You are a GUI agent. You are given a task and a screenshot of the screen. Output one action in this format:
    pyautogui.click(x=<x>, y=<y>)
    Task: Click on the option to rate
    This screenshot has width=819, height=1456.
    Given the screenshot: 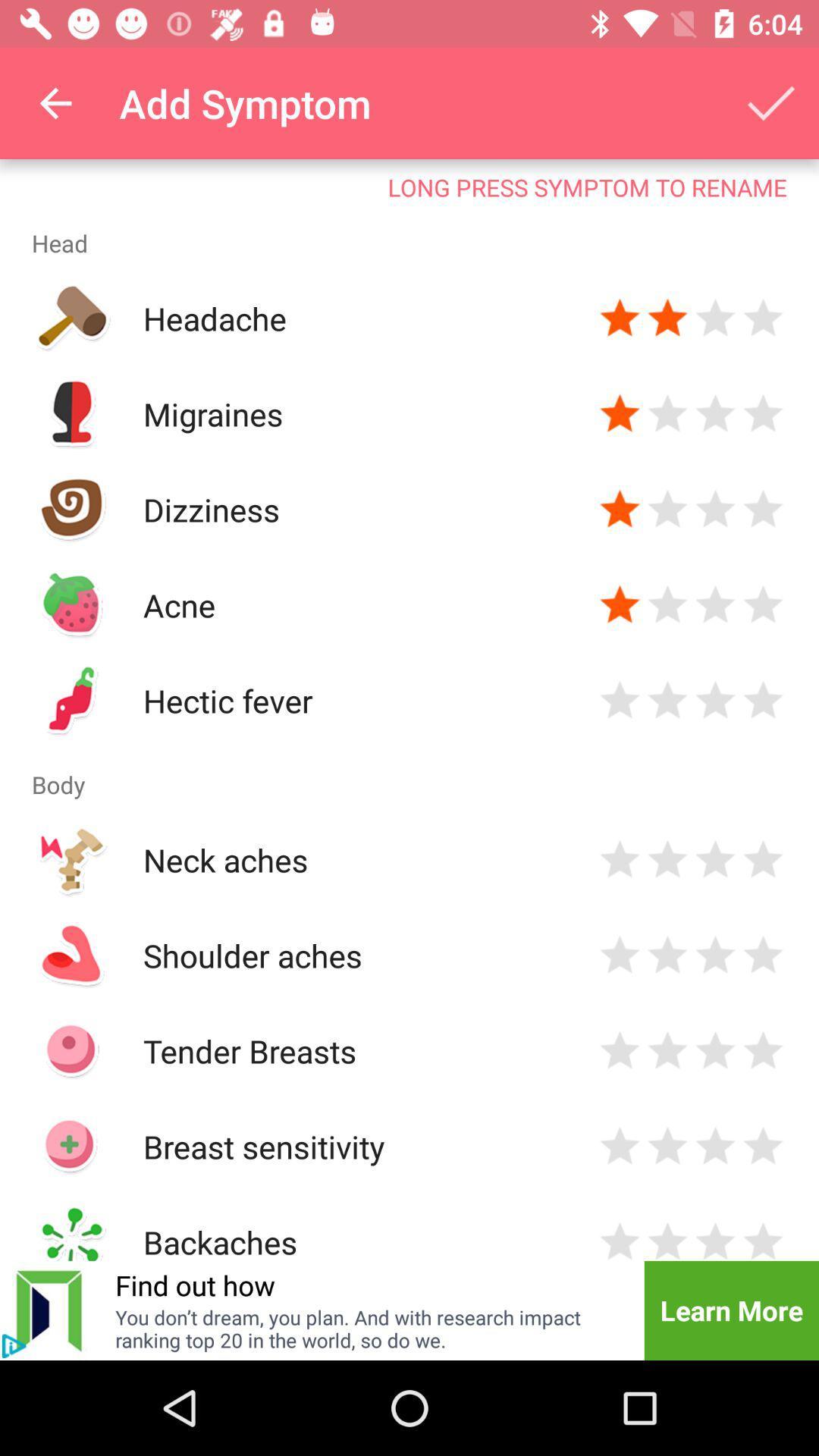 What is the action you would take?
    pyautogui.click(x=715, y=510)
    